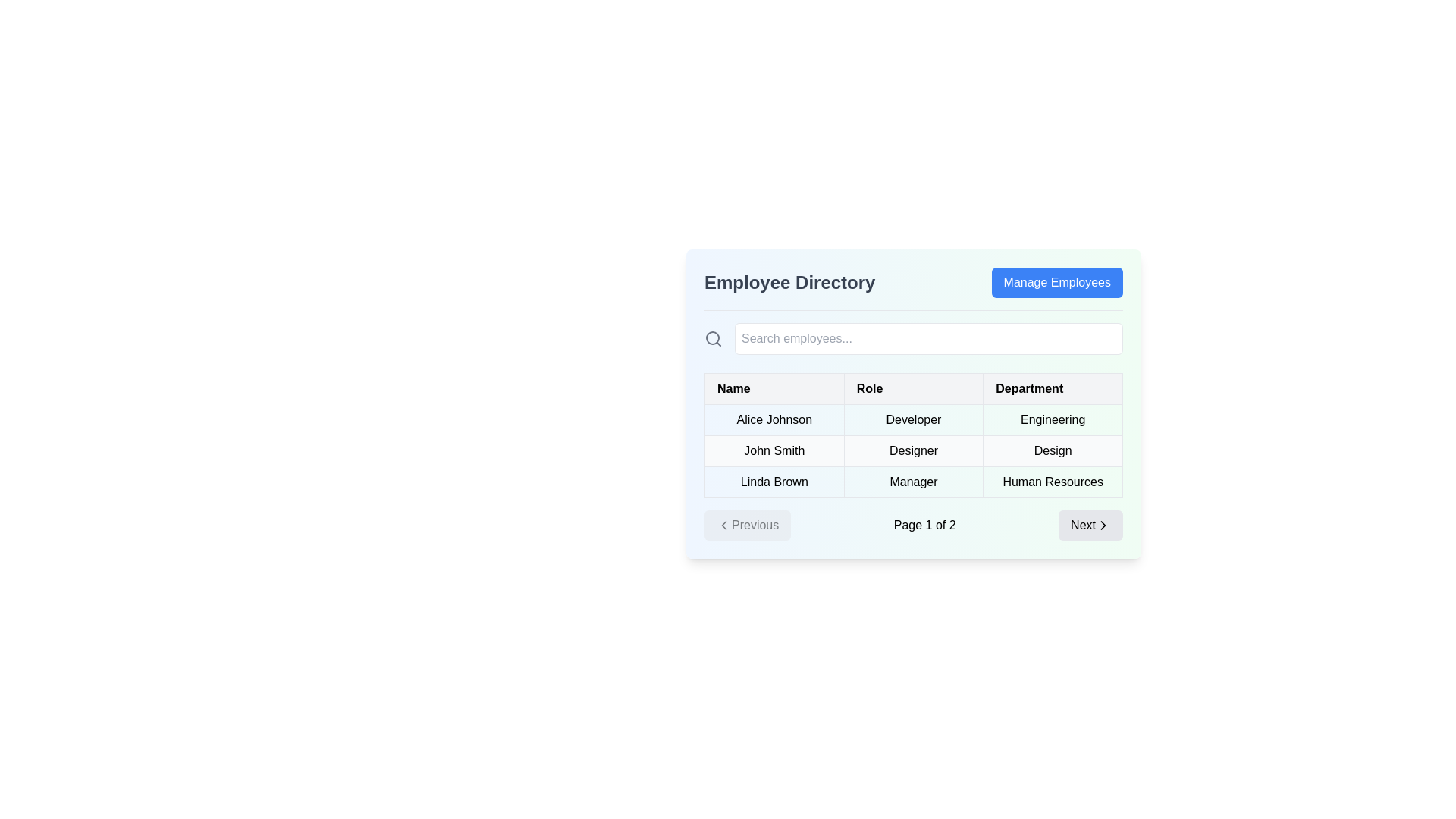 The width and height of the screenshot is (1456, 819). What do you see at coordinates (774, 450) in the screenshot?
I see `the table cell containing the text 'John Smith' in the 'Employee Directory' table, located in the second row and first column under the 'Name' column header` at bounding box center [774, 450].